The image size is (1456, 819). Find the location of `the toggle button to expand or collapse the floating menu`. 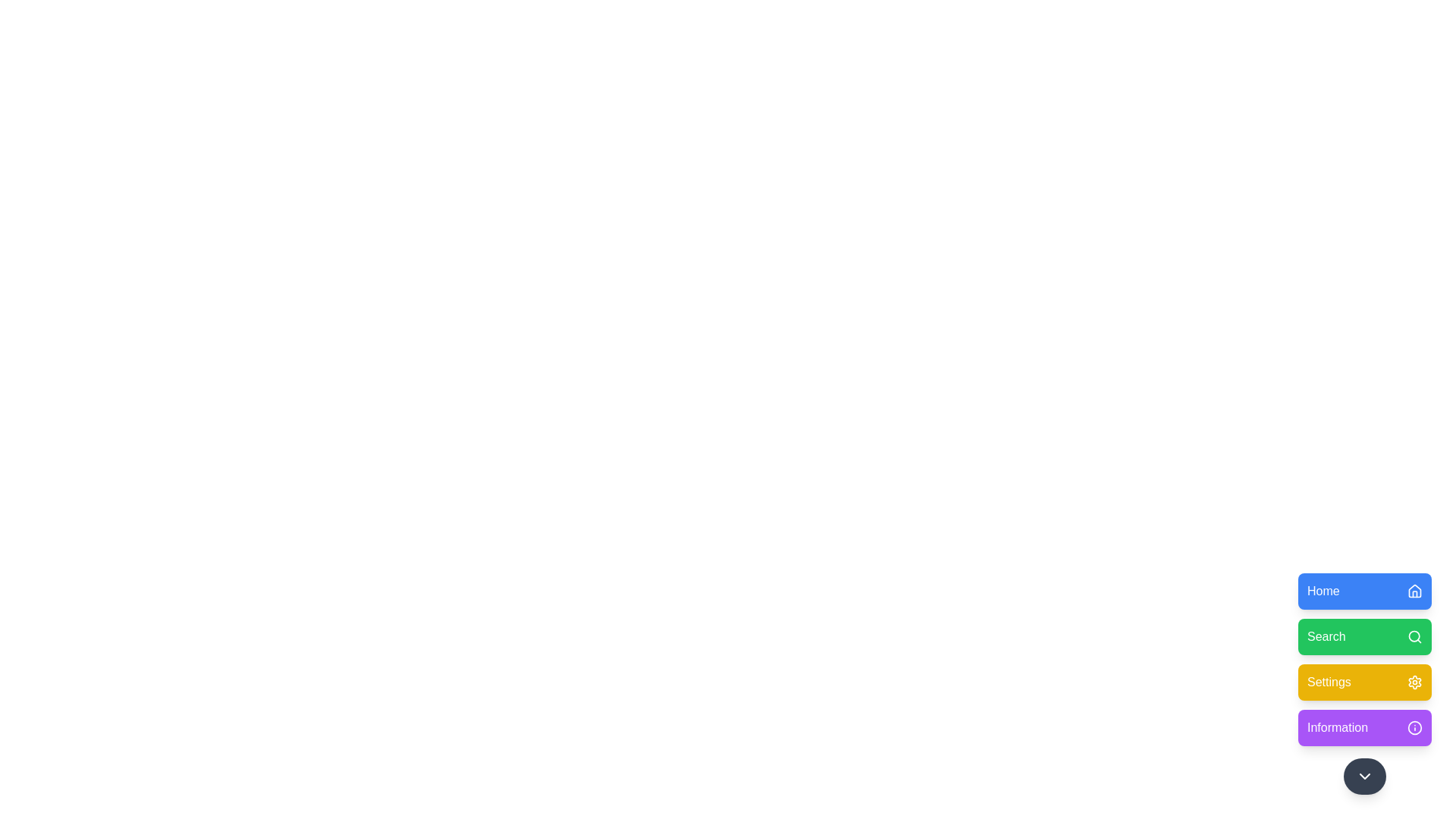

the toggle button to expand or collapse the floating menu is located at coordinates (1365, 776).